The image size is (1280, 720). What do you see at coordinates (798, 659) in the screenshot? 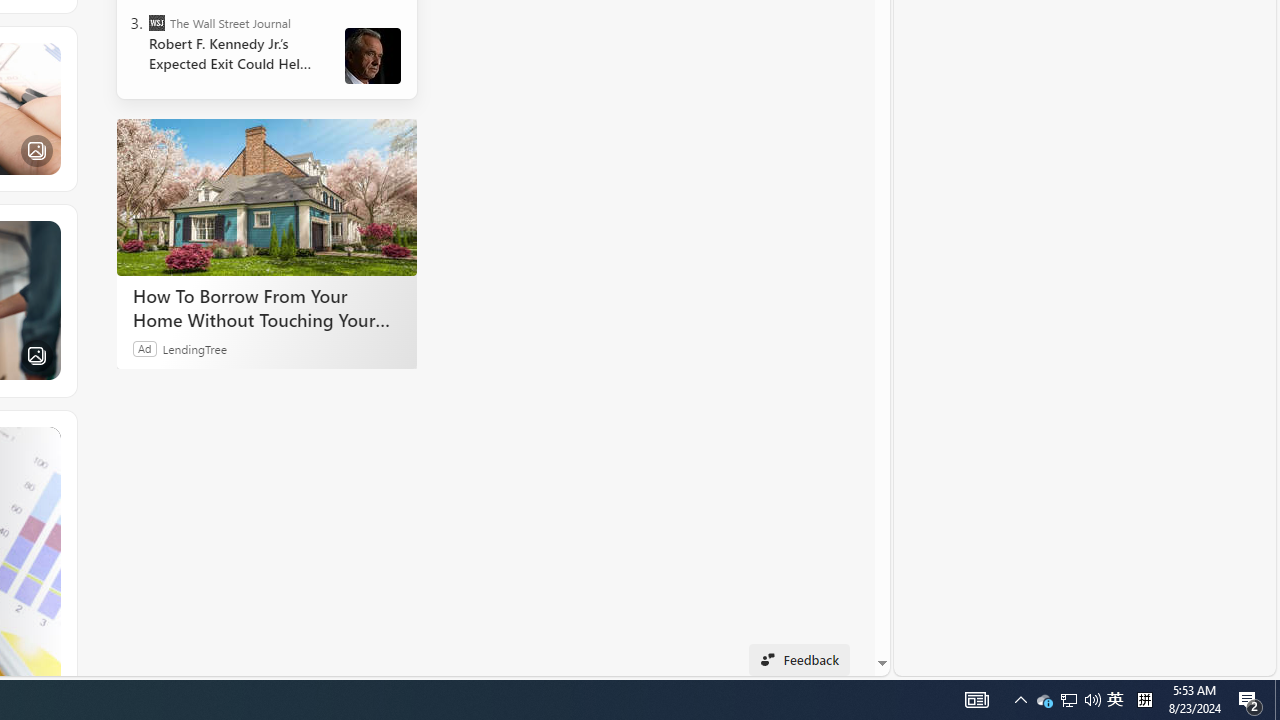
I see `'Feedback'` at bounding box center [798, 659].